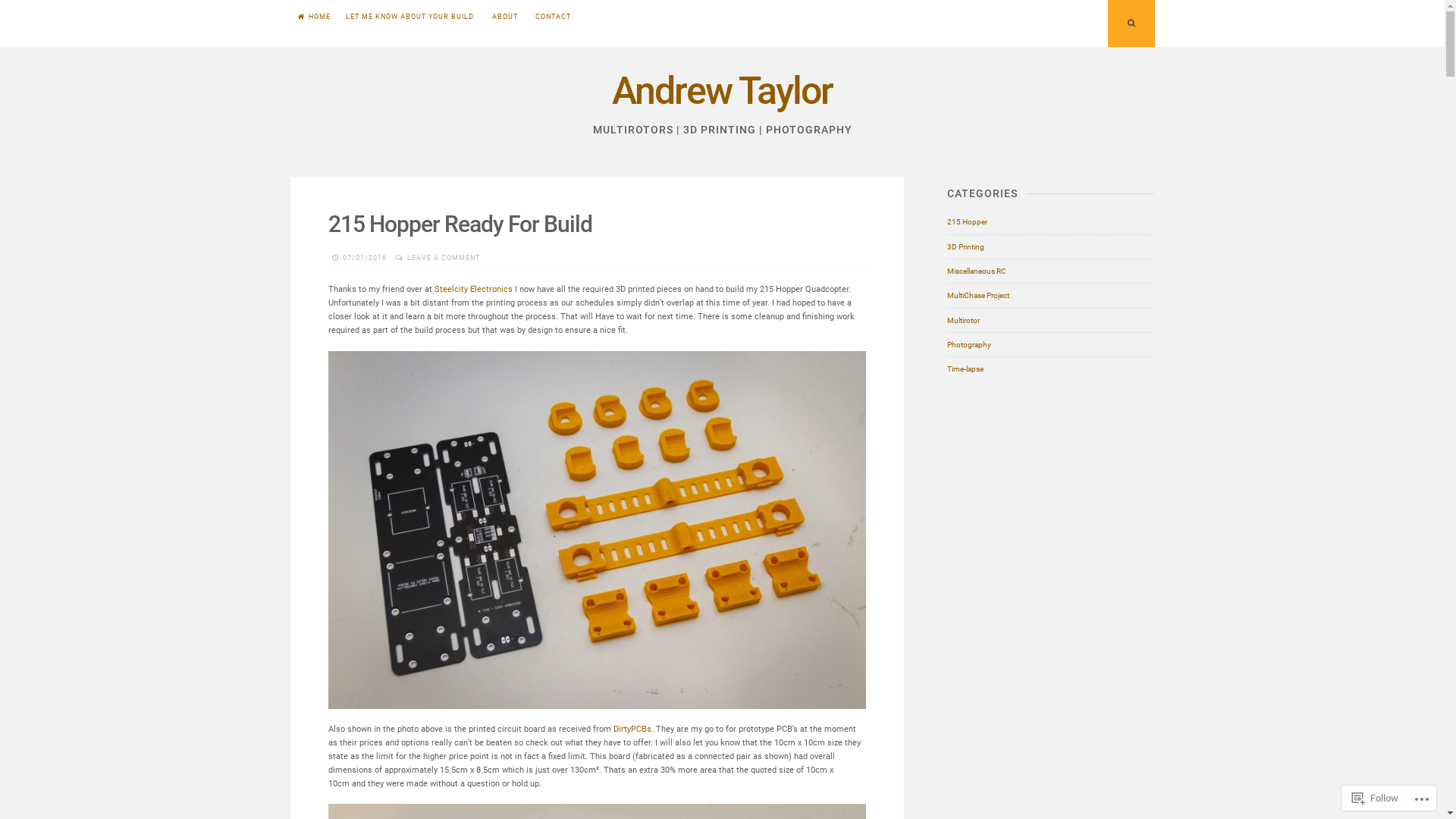 The height and width of the screenshot is (819, 1456). Describe the element at coordinates (962, 320) in the screenshot. I see `'Multirotor'` at that location.